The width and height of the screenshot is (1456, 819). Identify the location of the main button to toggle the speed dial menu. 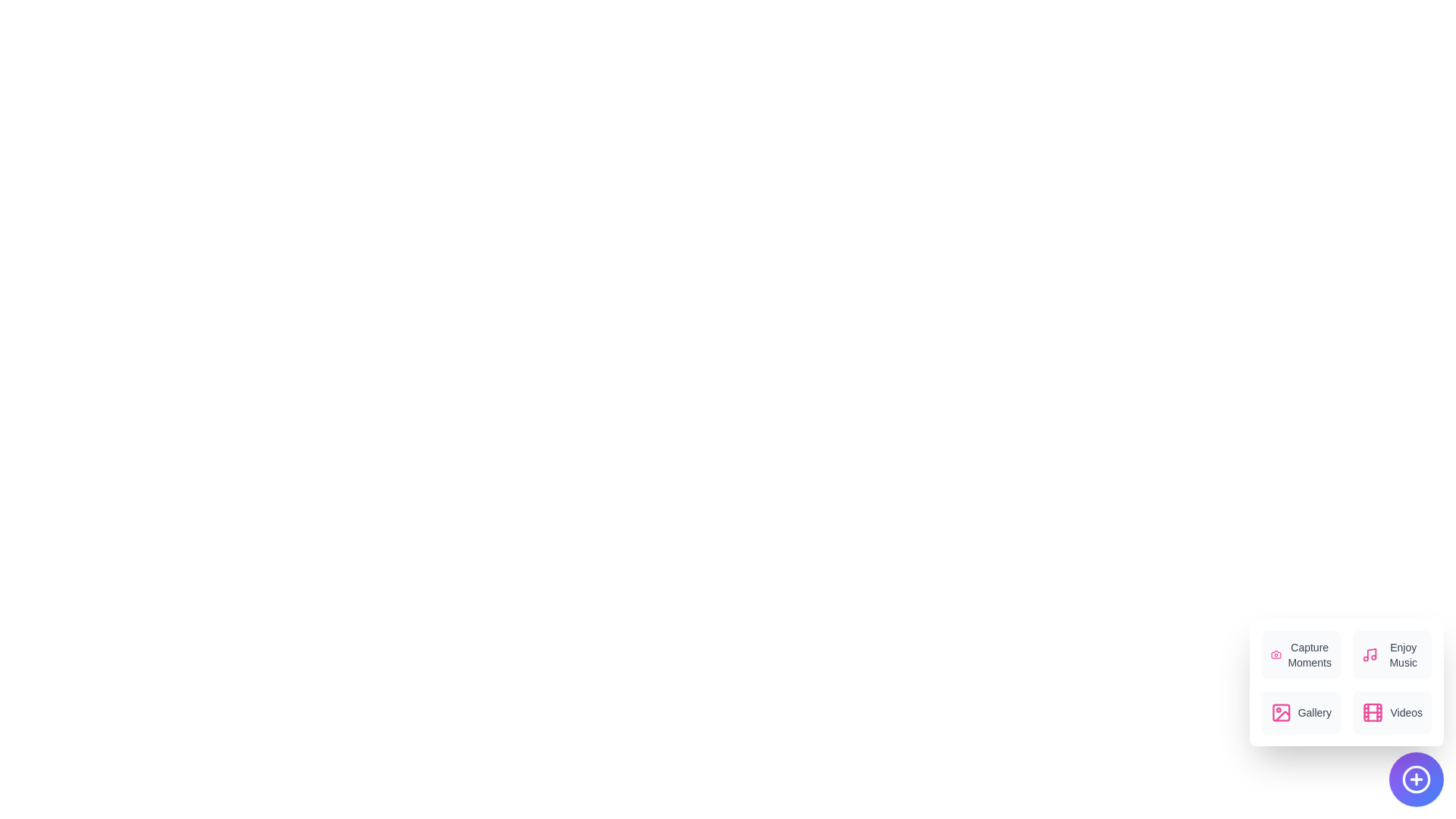
(1415, 780).